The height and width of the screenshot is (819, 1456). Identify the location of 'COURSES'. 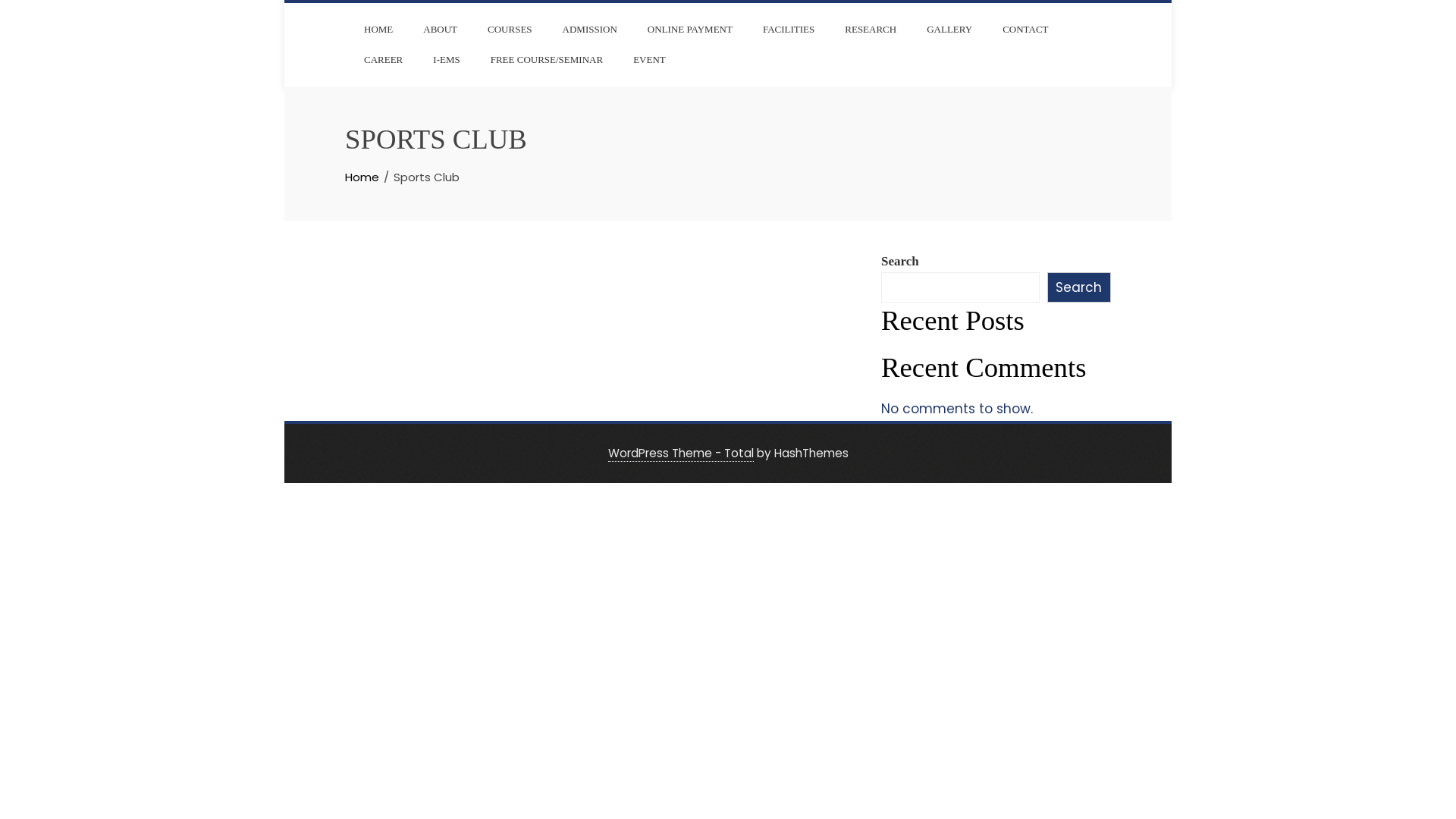
(510, 29).